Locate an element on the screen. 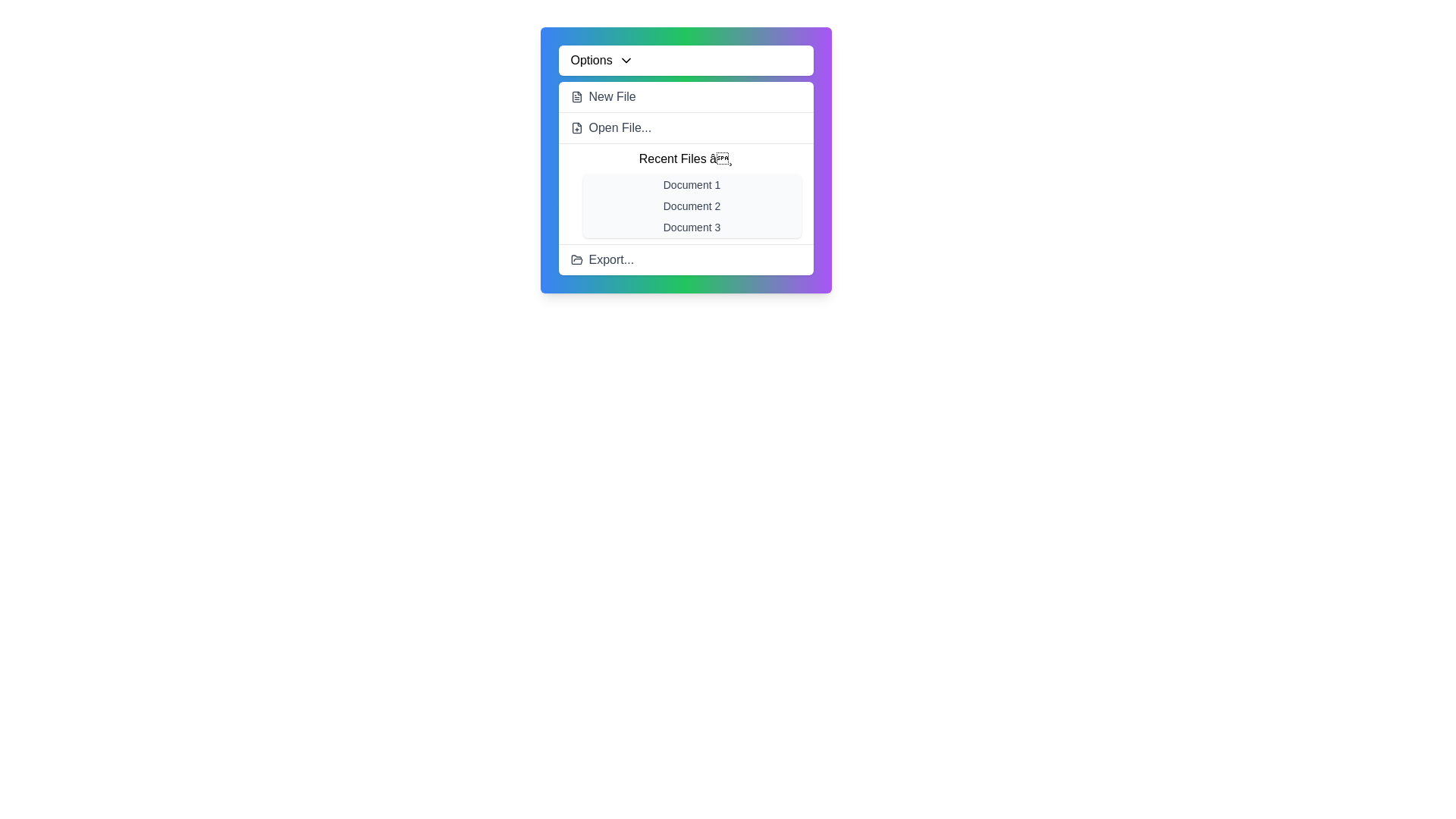 The width and height of the screenshot is (1456, 819). the Dropdown menu trigger button labeled 'Options' to activate it is located at coordinates (685, 60).